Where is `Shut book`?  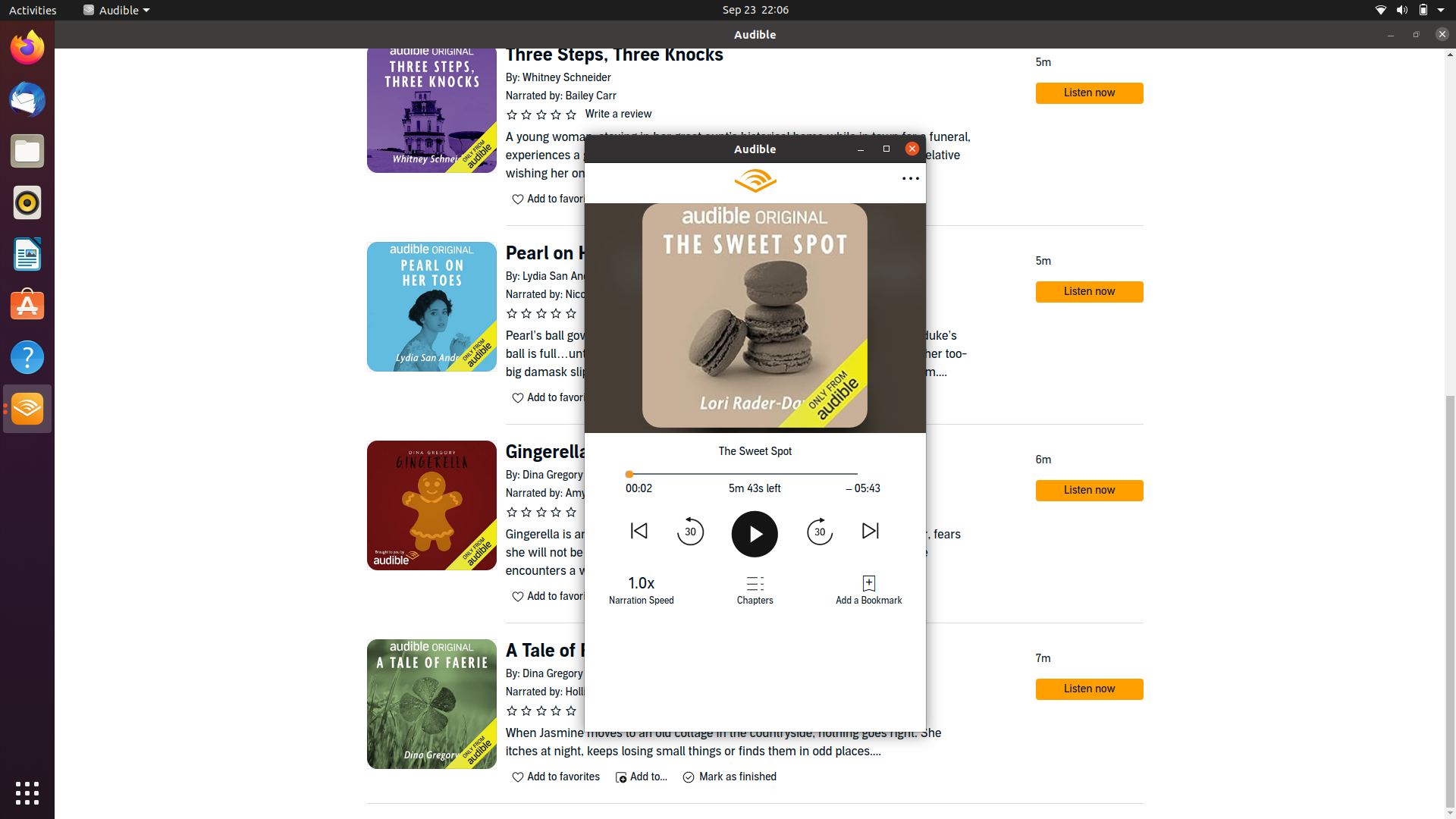 Shut book is located at coordinates (912, 149).